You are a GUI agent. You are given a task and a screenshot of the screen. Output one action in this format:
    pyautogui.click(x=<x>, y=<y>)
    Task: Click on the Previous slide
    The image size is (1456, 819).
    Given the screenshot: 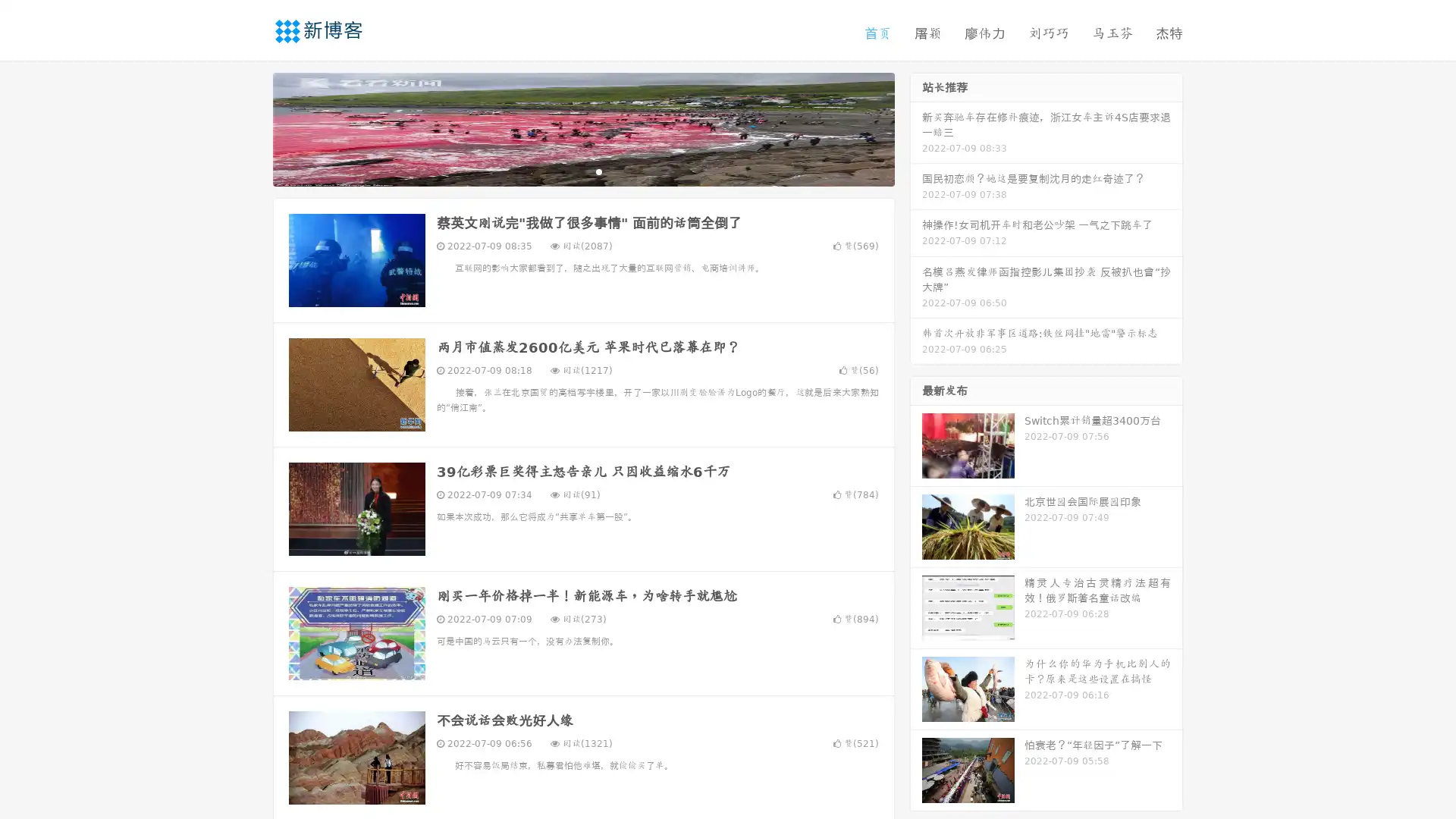 What is the action you would take?
    pyautogui.click(x=250, y=127)
    